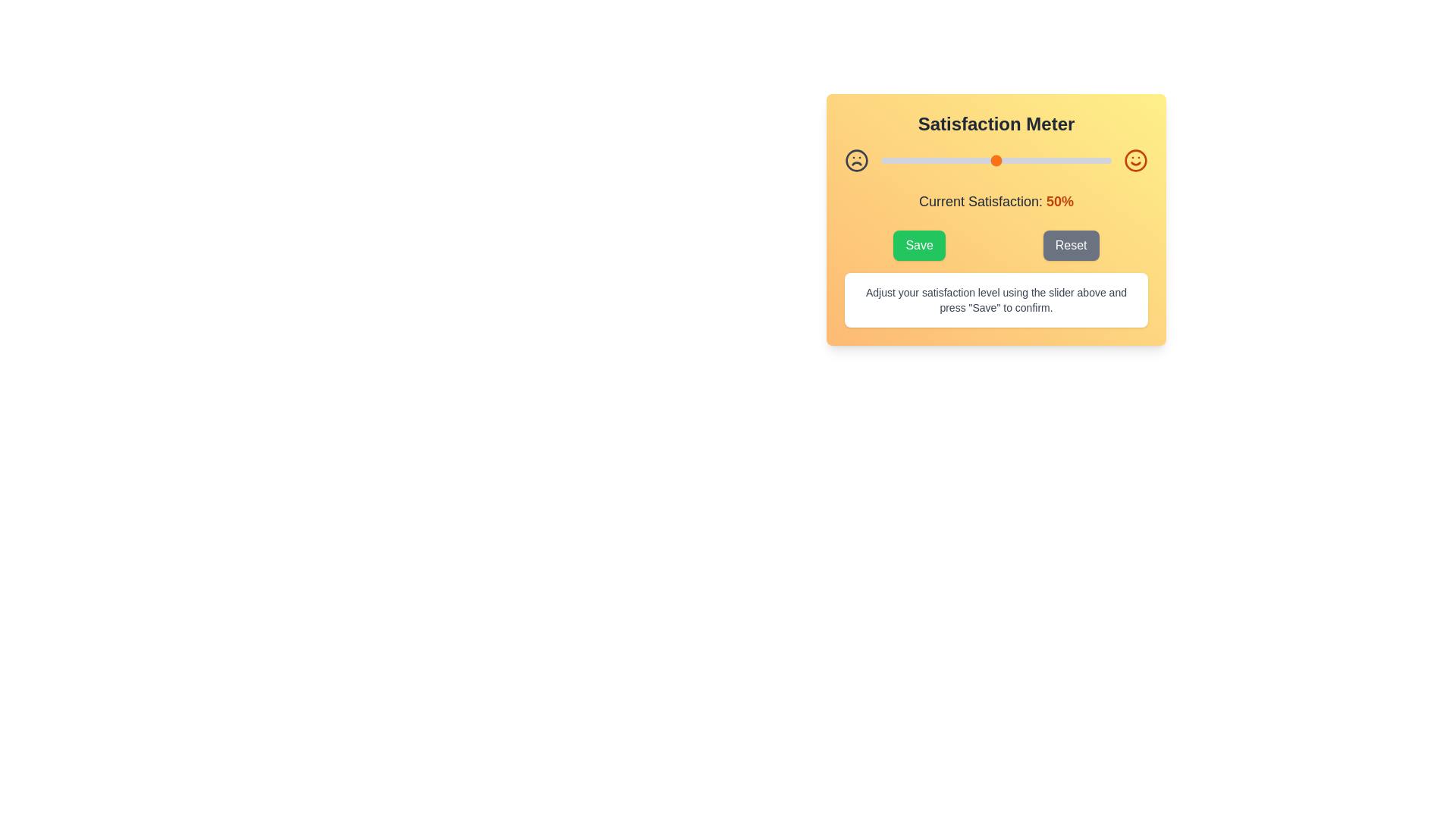  What do you see at coordinates (912, 161) in the screenshot?
I see `the satisfaction level to 14% by moving the slider` at bounding box center [912, 161].